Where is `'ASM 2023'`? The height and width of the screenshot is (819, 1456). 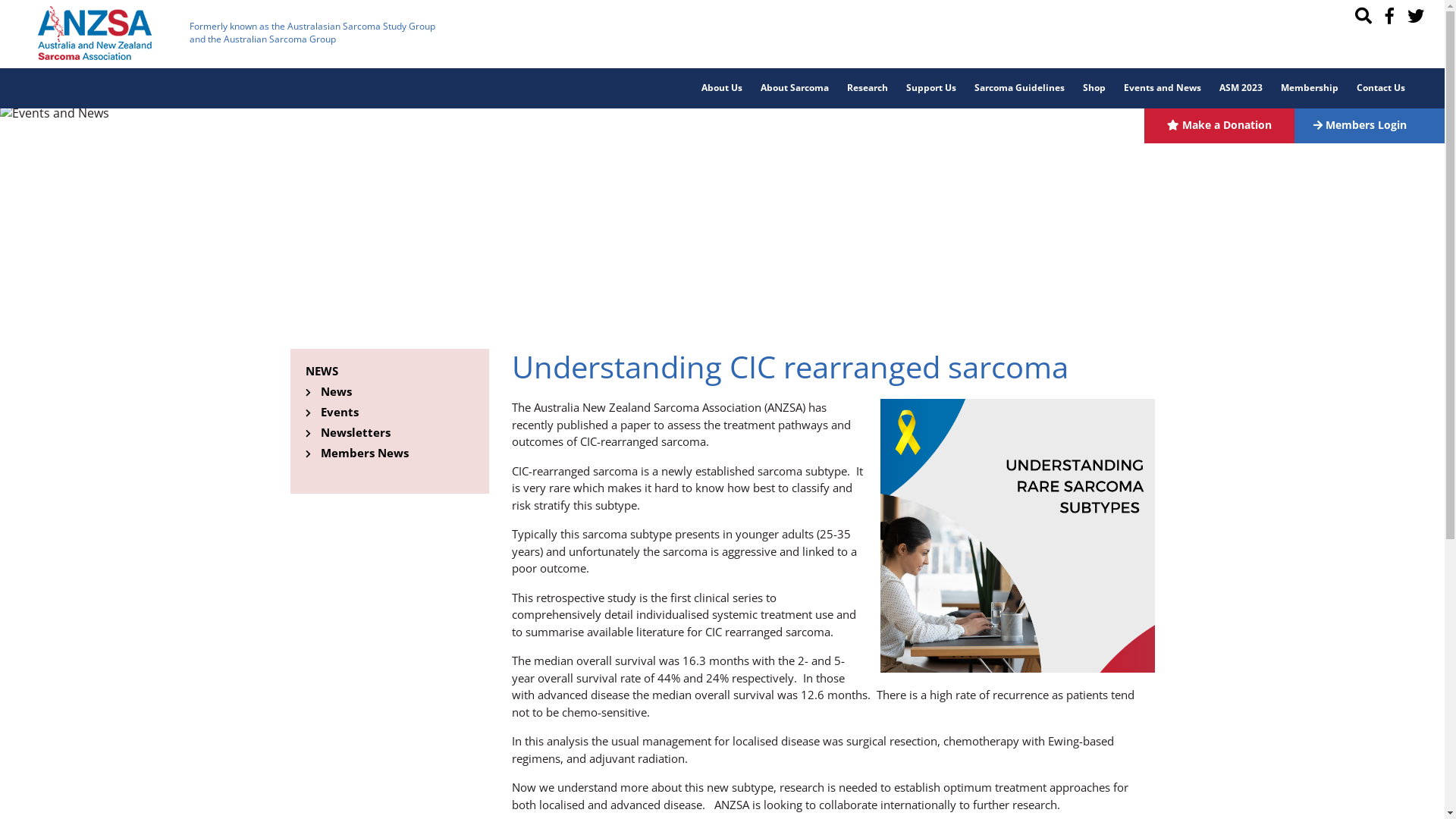
'ASM 2023' is located at coordinates (1241, 88).